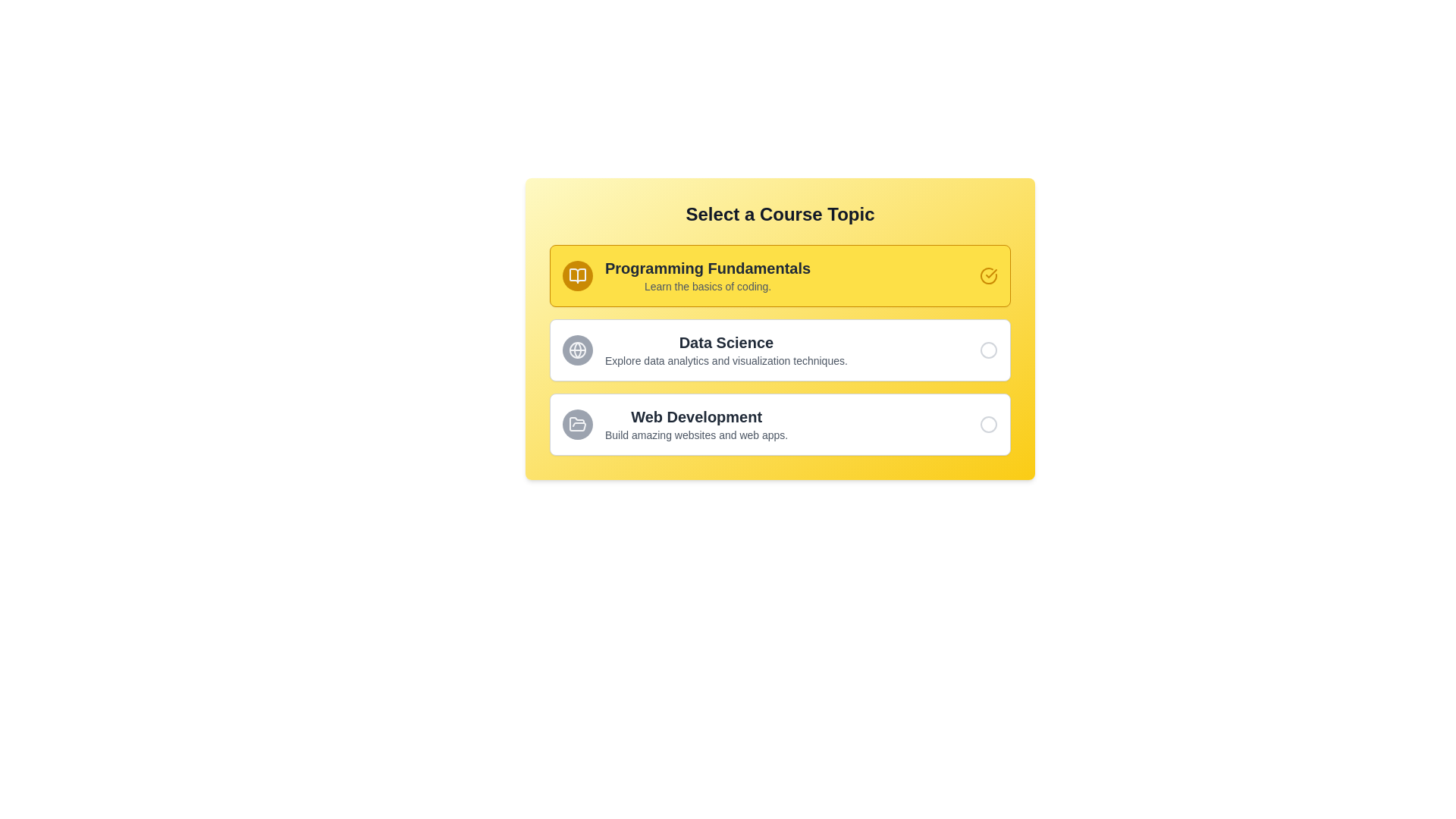 Image resolution: width=1456 pixels, height=819 pixels. What do you see at coordinates (725, 360) in the screenshot?
I see `the text element that reads 'Explore data analytics and visualization techniques.' located beneath the 'Data Science' label` at bounding box center [725, 360].